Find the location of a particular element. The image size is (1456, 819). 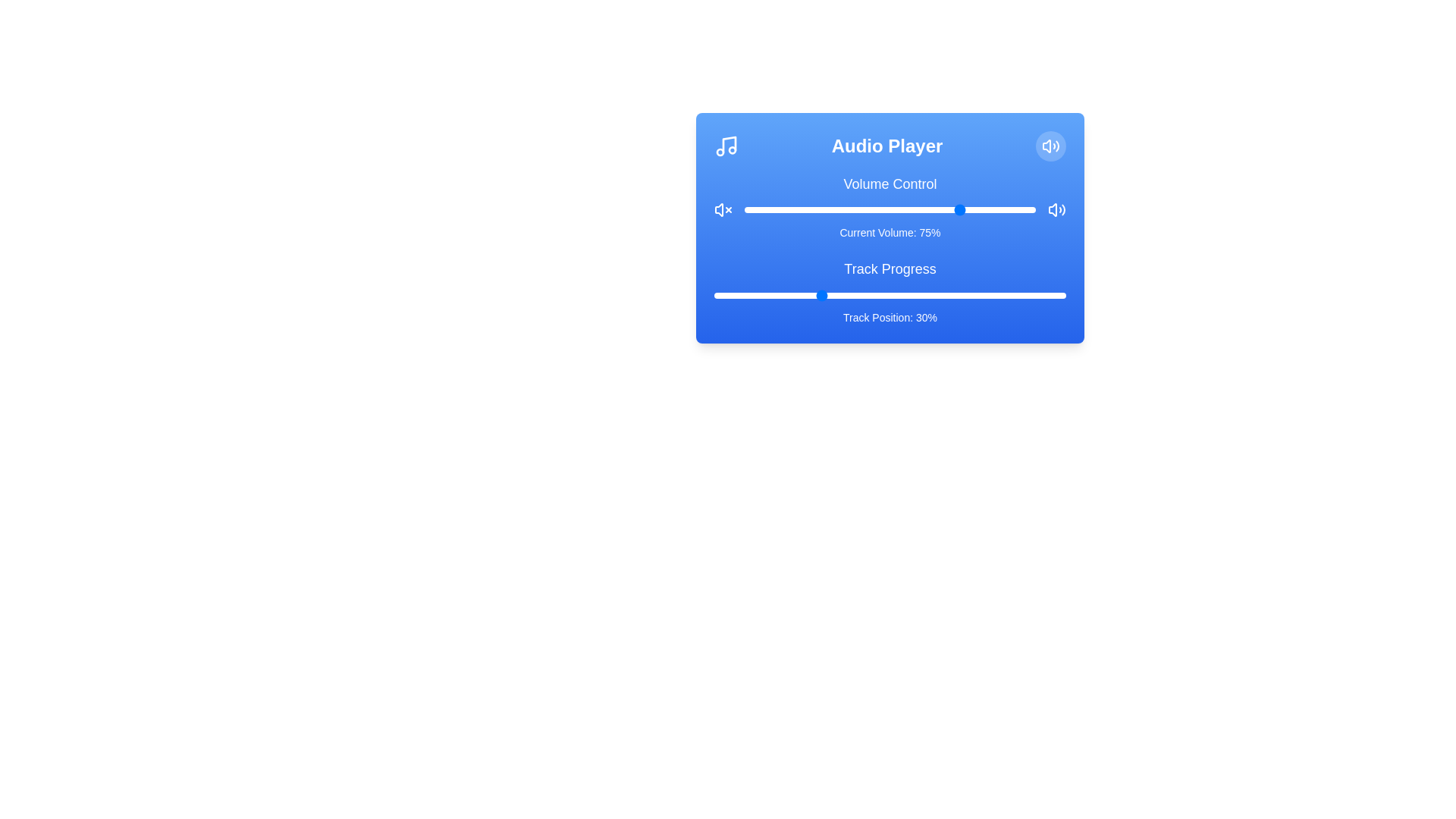

volume is located at coordinates (902, 210).